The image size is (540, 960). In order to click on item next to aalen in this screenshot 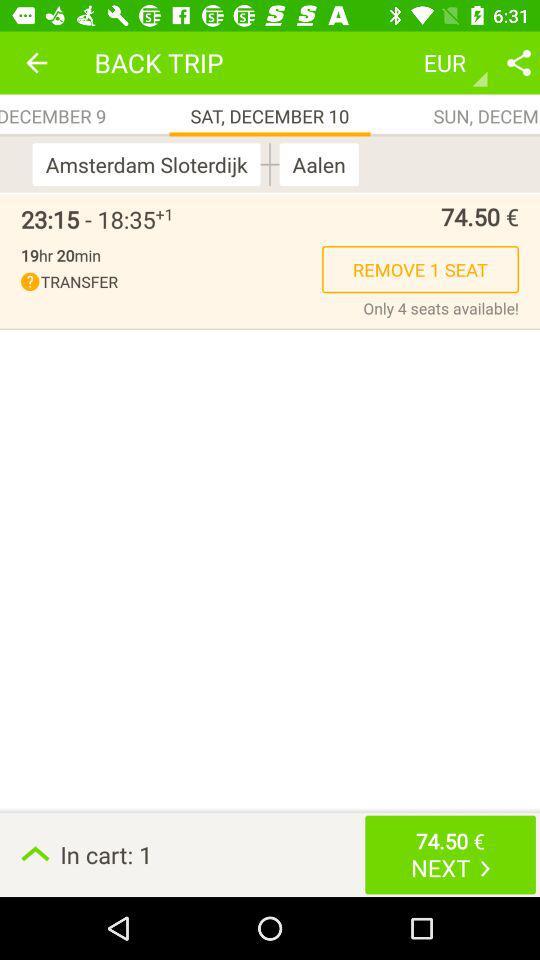, I will do `click(270, 163)`.